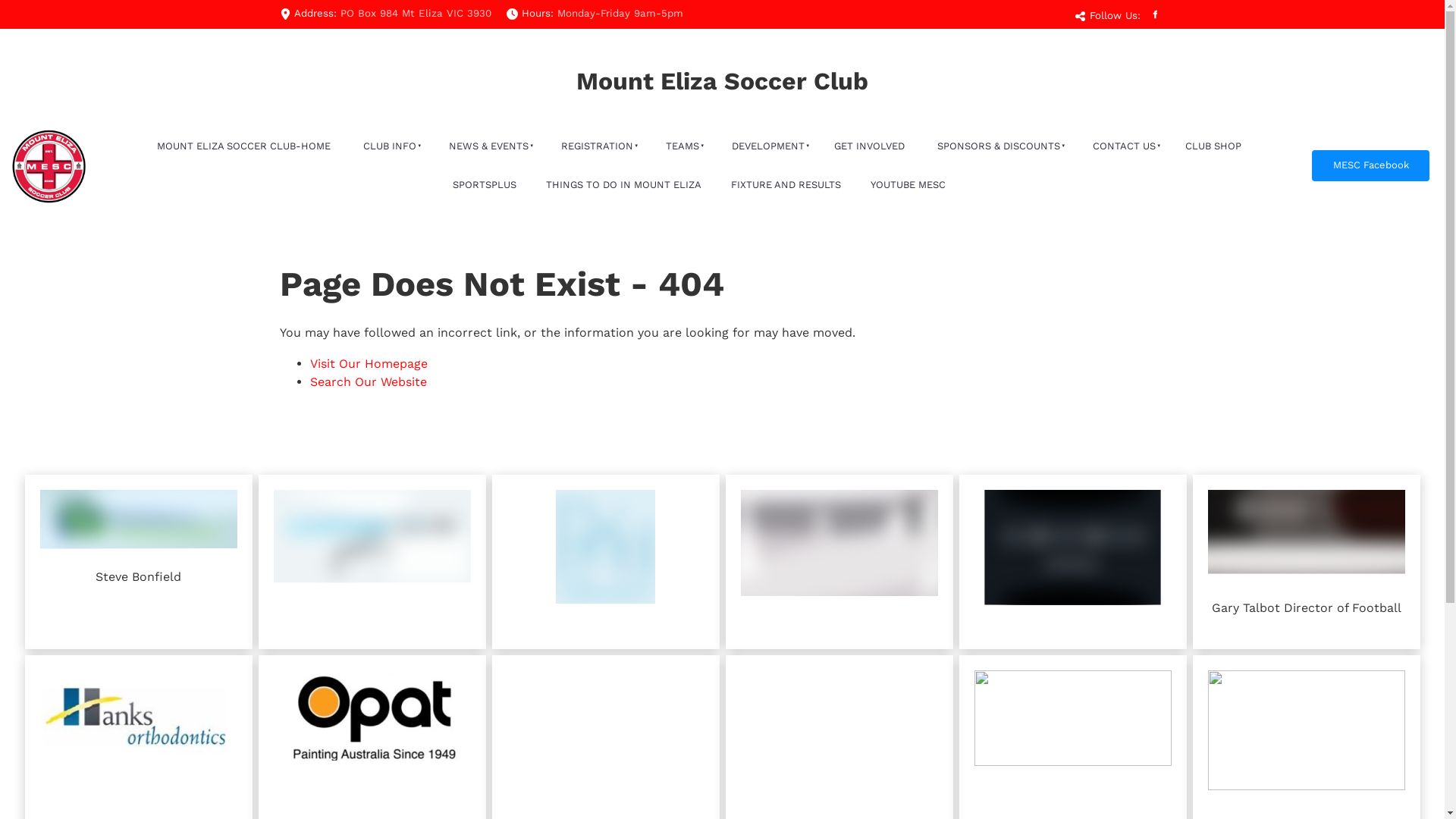 Image resolution: width=1456 pixels, height=819 pixels. I want to click on 'Visit Our Homepage', so click(368, 363).